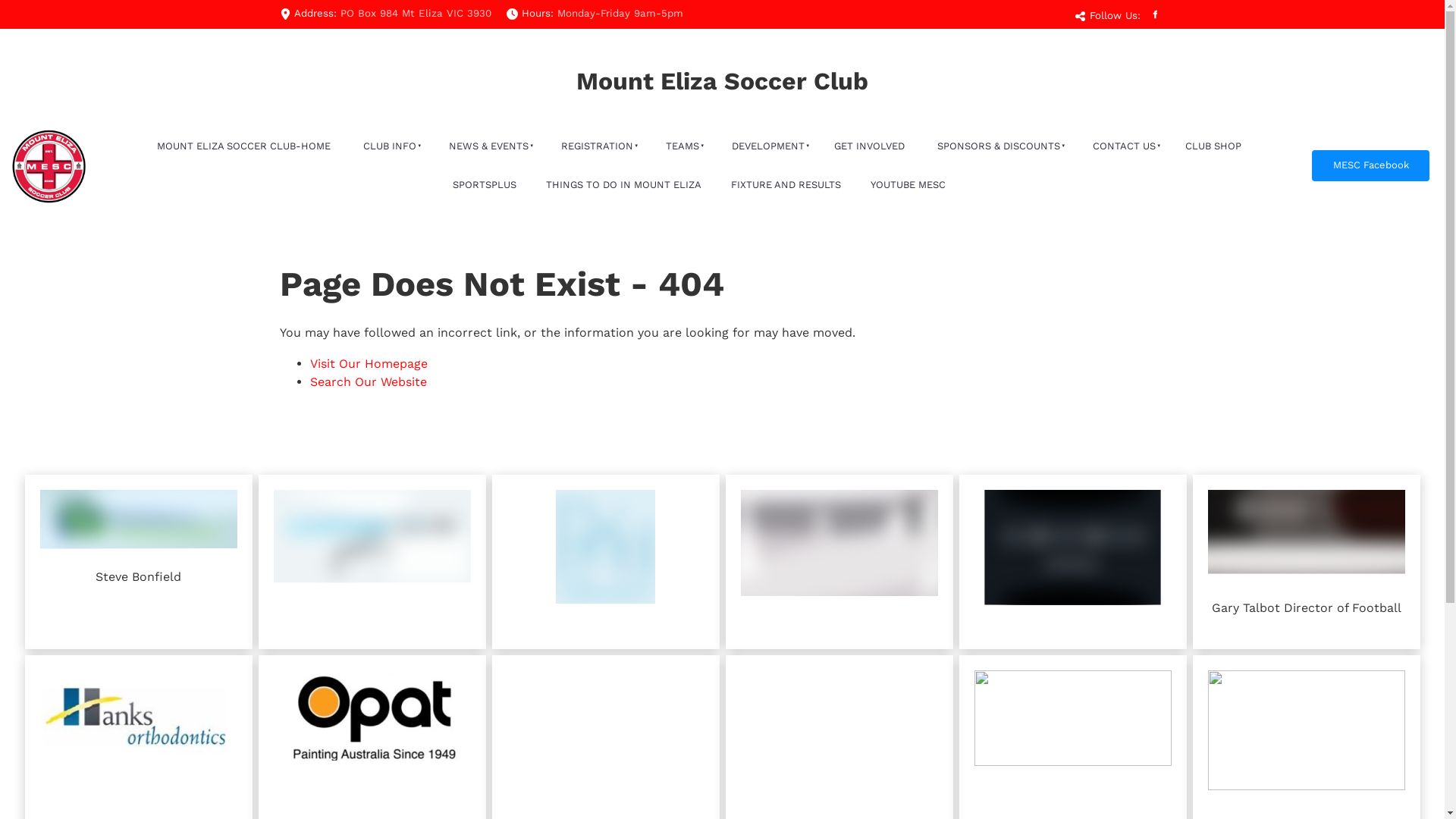 Image resolution: width=1456 pixels, height=819 pixels. I want to click on 'Visit Our Homepage', so click(368, 363).